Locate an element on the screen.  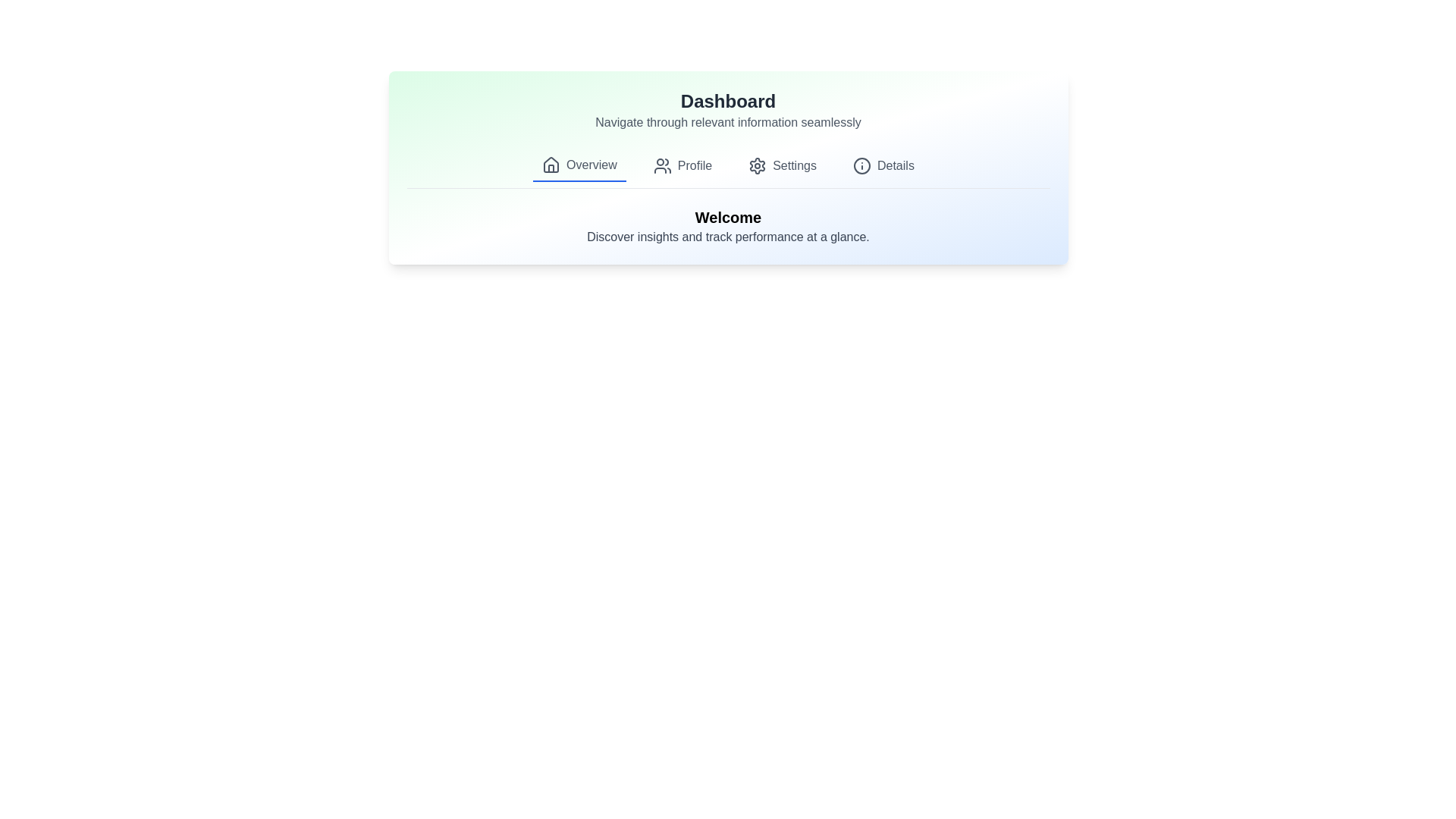
the 'Overview' tab, which is the first item in the navigation bar with a house icon is located at coordinates (579, 166).